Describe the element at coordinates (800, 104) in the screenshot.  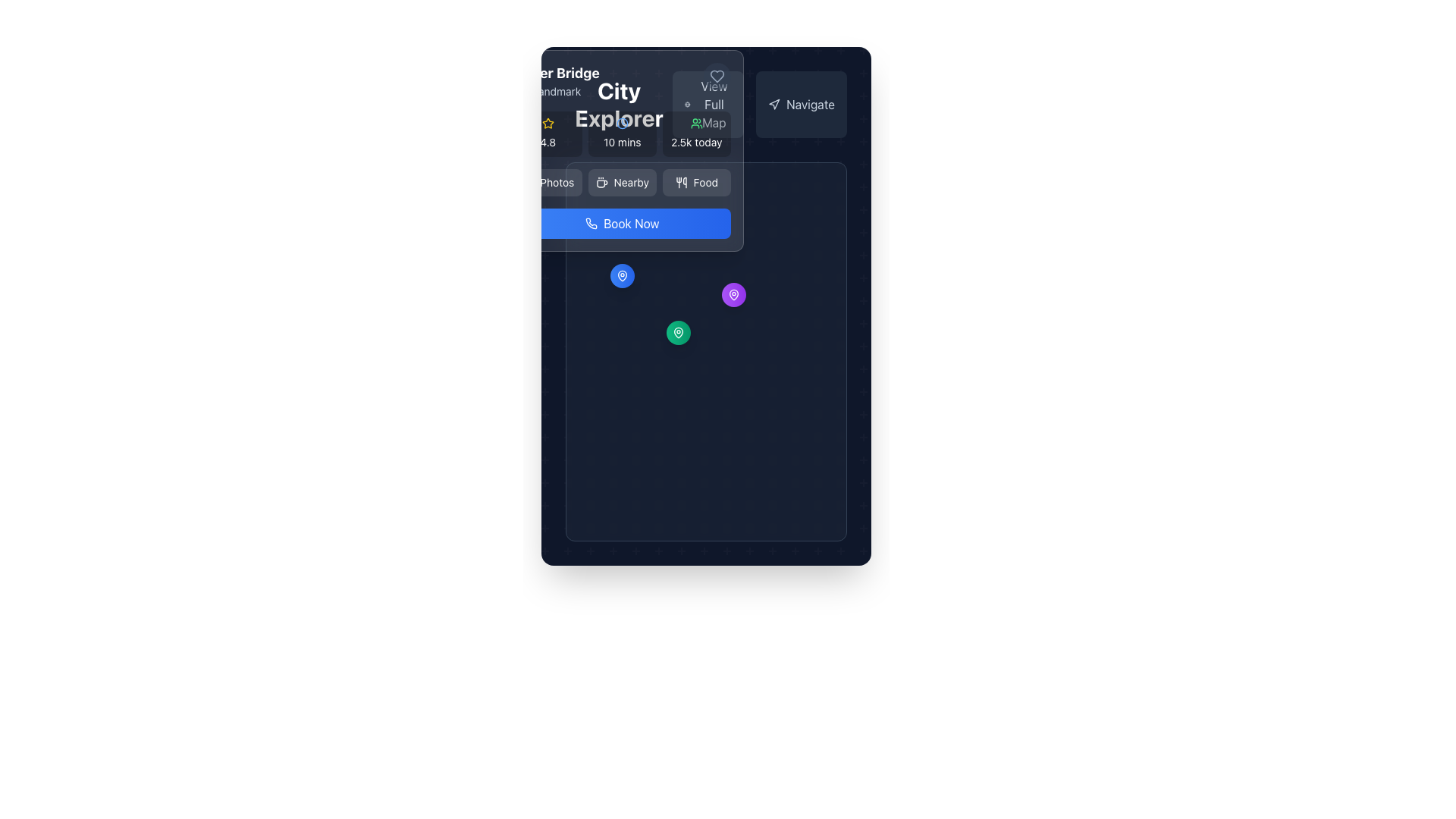
I see `the 'Navigate' button, which is a rectangular button with rounded corners in dark slate color, located in the top-right corner of the interface` at that location.